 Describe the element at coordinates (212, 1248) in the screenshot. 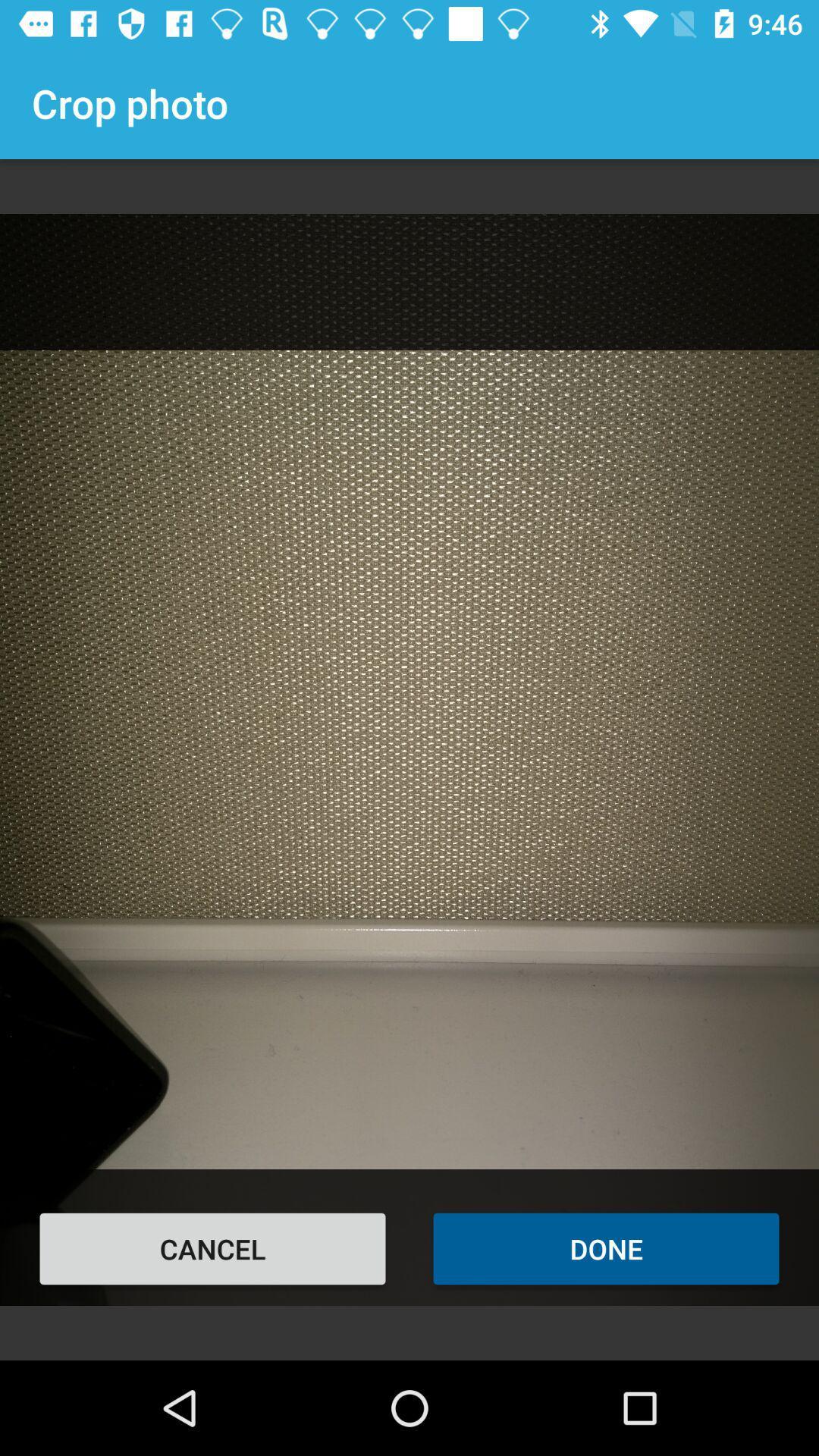

I see `the icon below crop photo` at that location.